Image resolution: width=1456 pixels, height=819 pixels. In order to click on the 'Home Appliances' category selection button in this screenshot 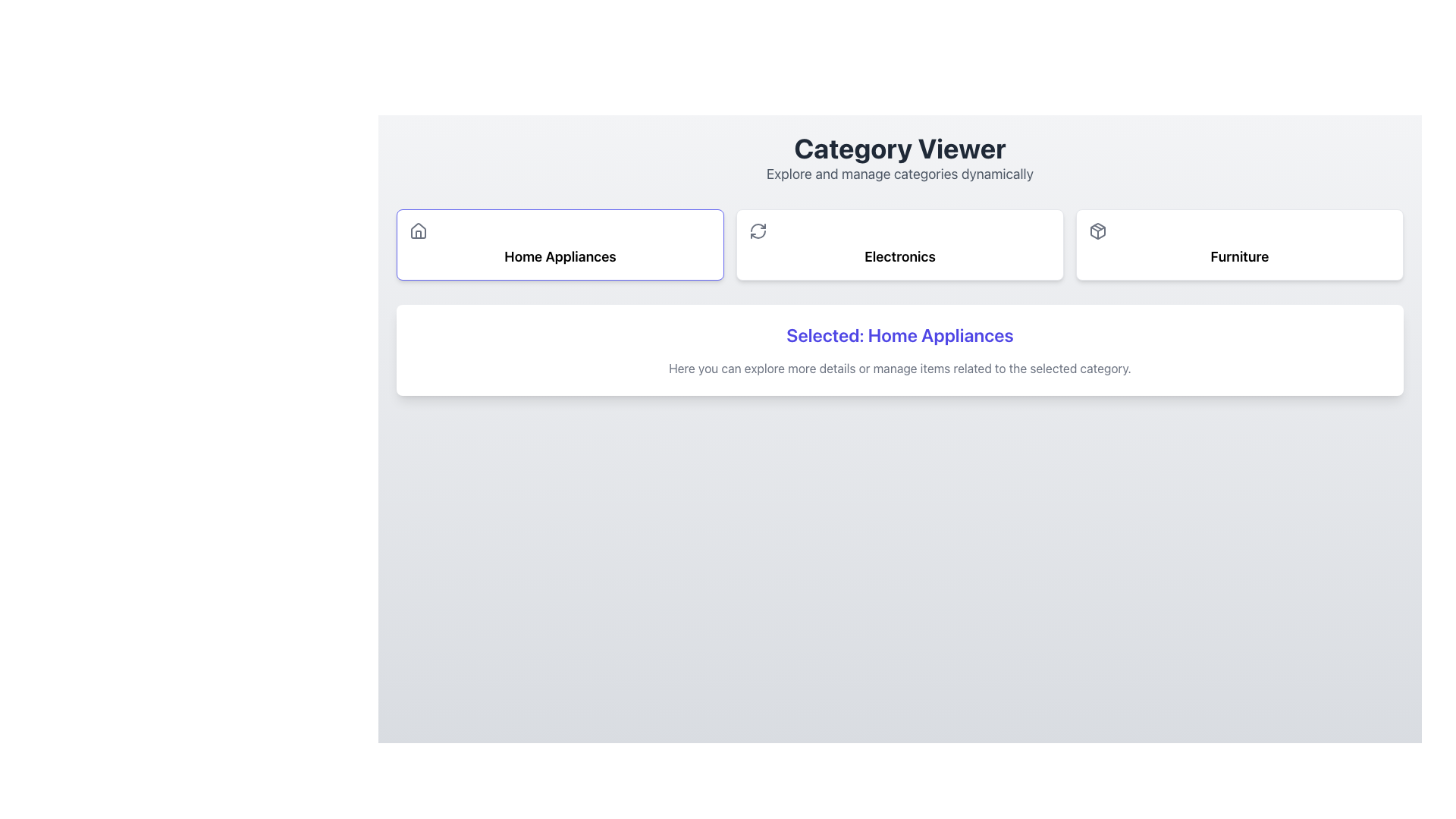, I will do `click(560, 244)`.